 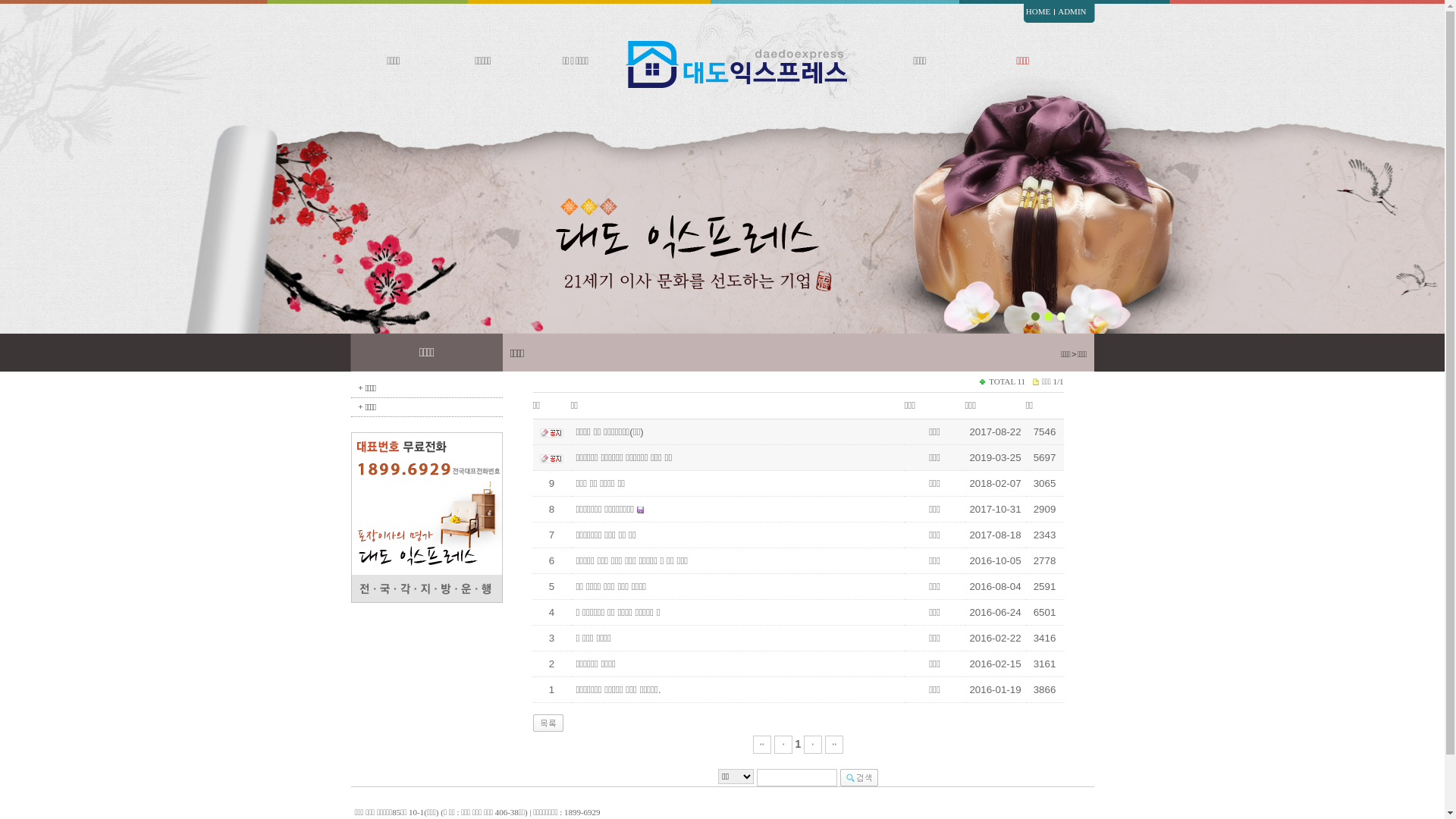 What do you see at coordinates (797, 742) in the screenshot?
I see `'1'` at bounding box center [797, 742].